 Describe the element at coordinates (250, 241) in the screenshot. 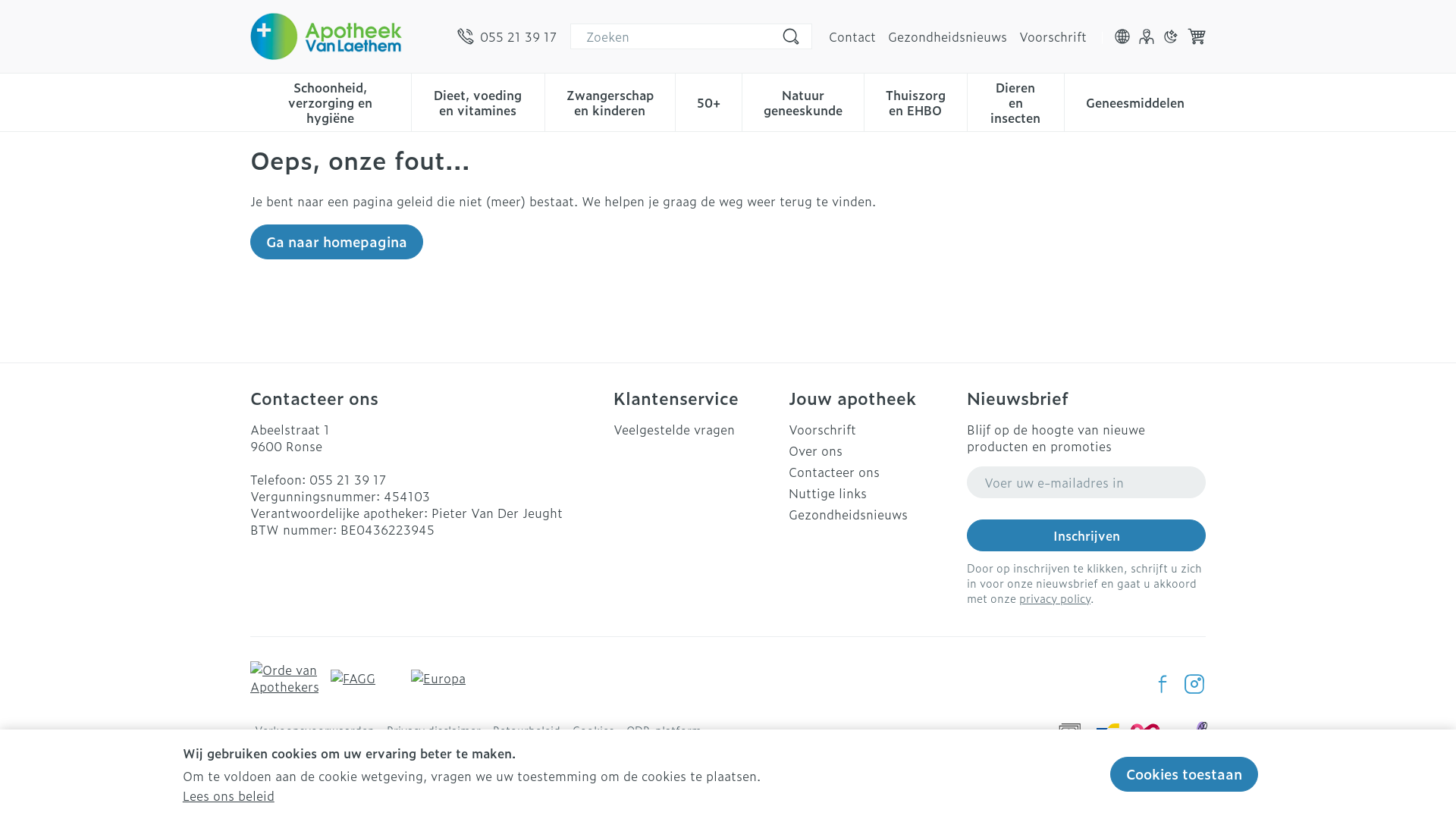

I see `'Ga naar homepagina'` at that location.